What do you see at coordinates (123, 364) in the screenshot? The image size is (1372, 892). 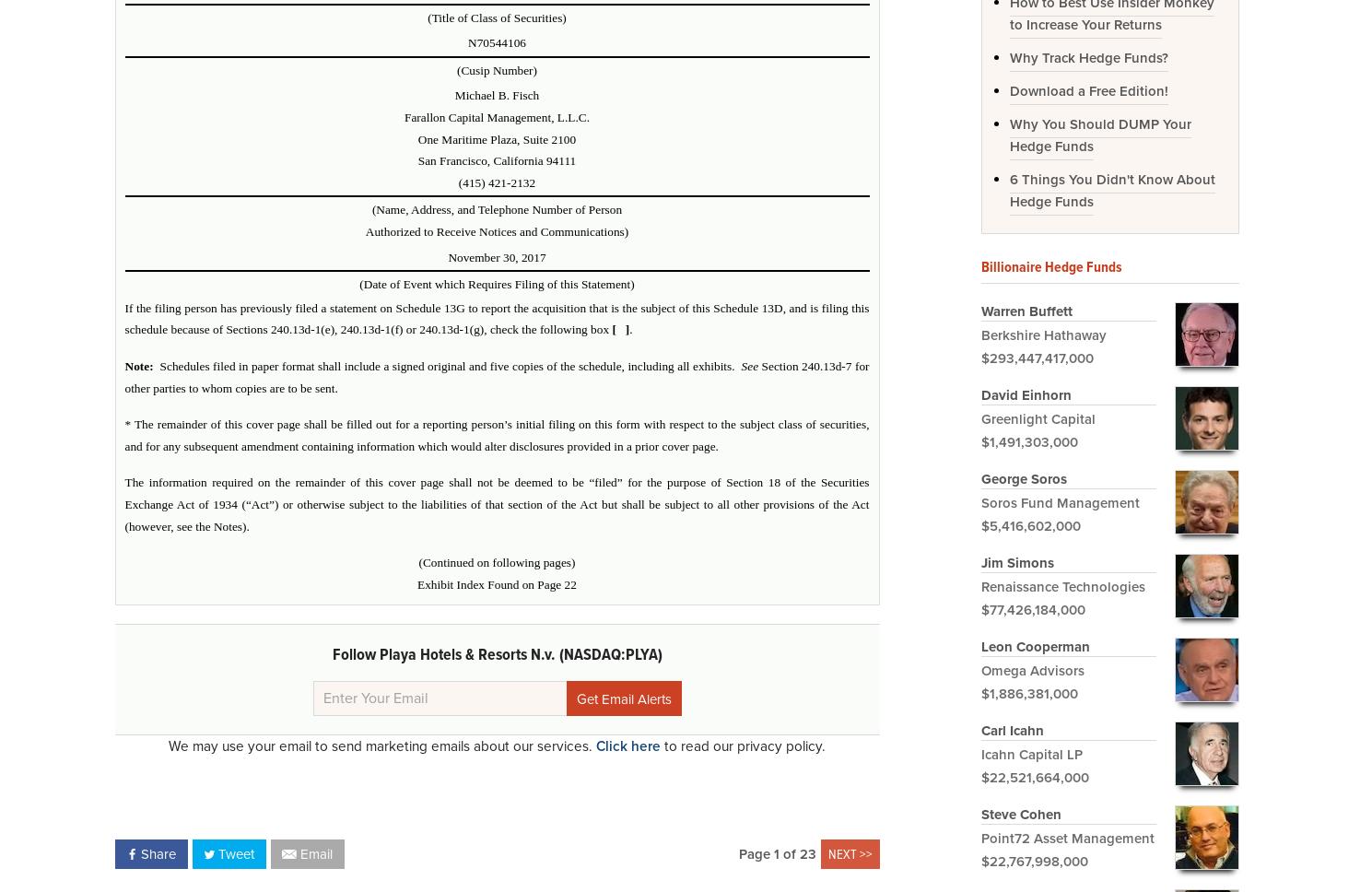 I see `'Note:'` at bounding box center [123, 364].